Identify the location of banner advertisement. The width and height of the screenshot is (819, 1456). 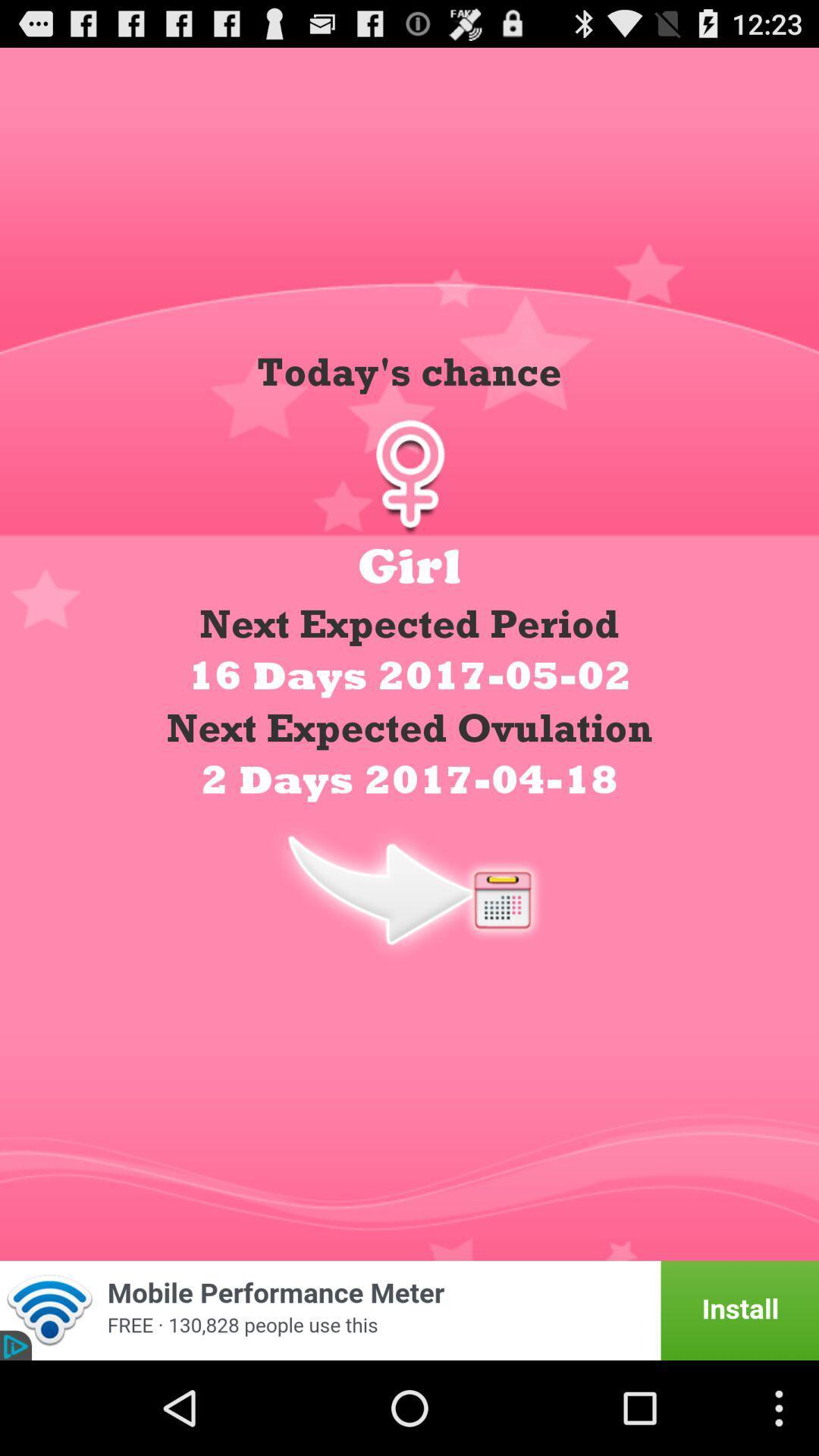
(409, 1310).